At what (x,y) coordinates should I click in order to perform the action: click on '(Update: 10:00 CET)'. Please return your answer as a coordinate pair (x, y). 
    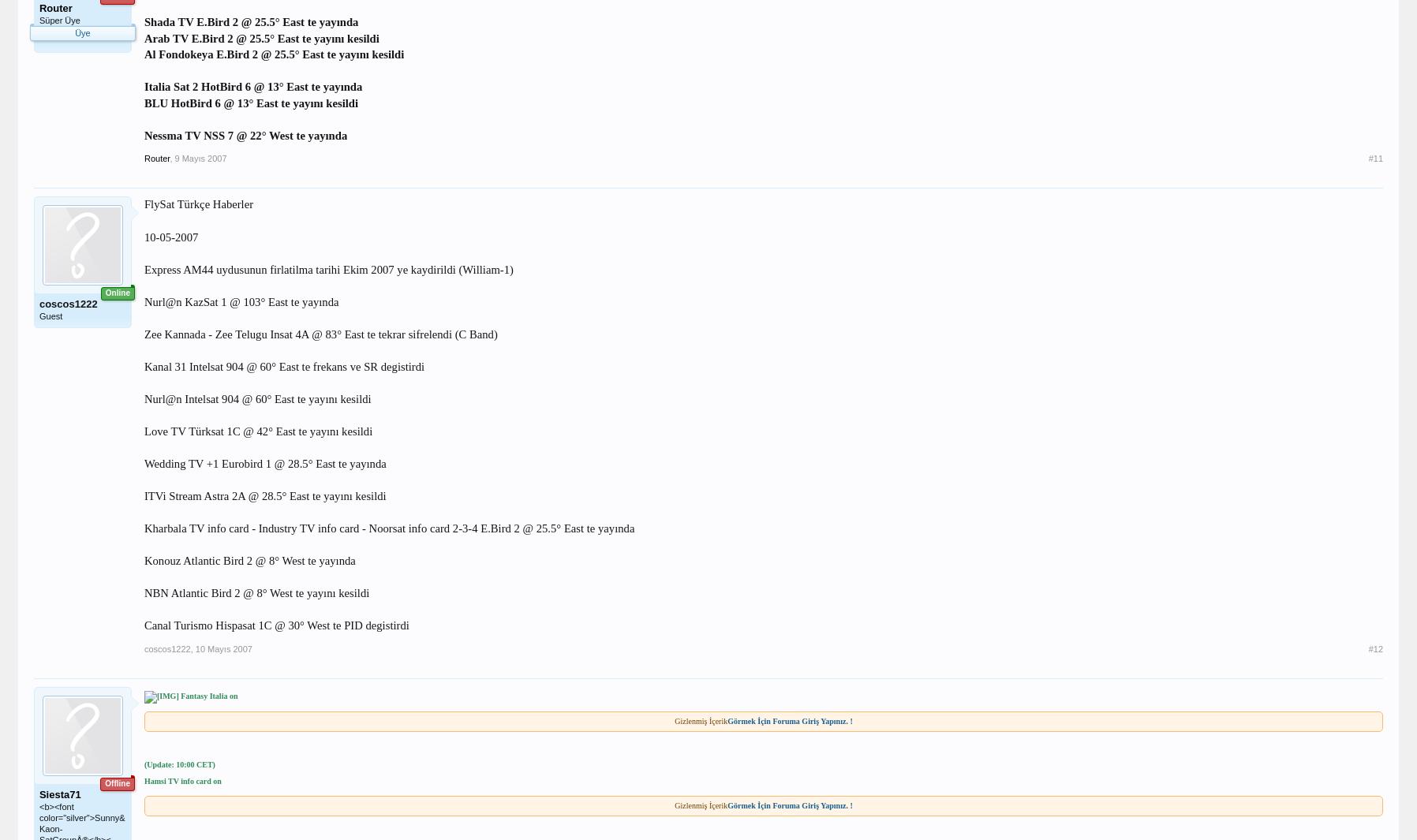
    Looking at the image, I should click on (179, 764).